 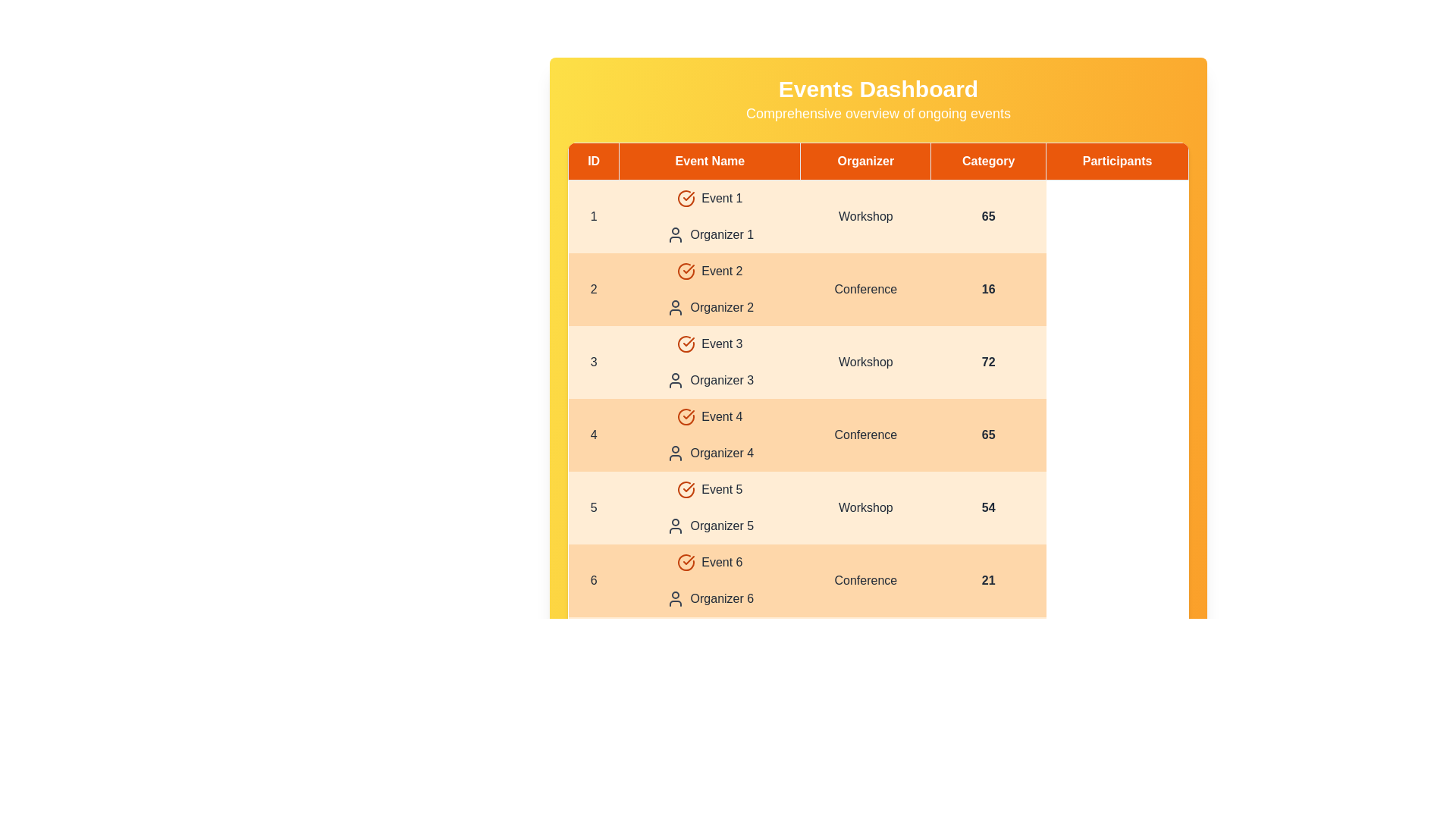 What do you see at coordinates (987, 161) in the screenshot?
I see `the column header Category to sort the table by that column` at bounding box center [987, 161].